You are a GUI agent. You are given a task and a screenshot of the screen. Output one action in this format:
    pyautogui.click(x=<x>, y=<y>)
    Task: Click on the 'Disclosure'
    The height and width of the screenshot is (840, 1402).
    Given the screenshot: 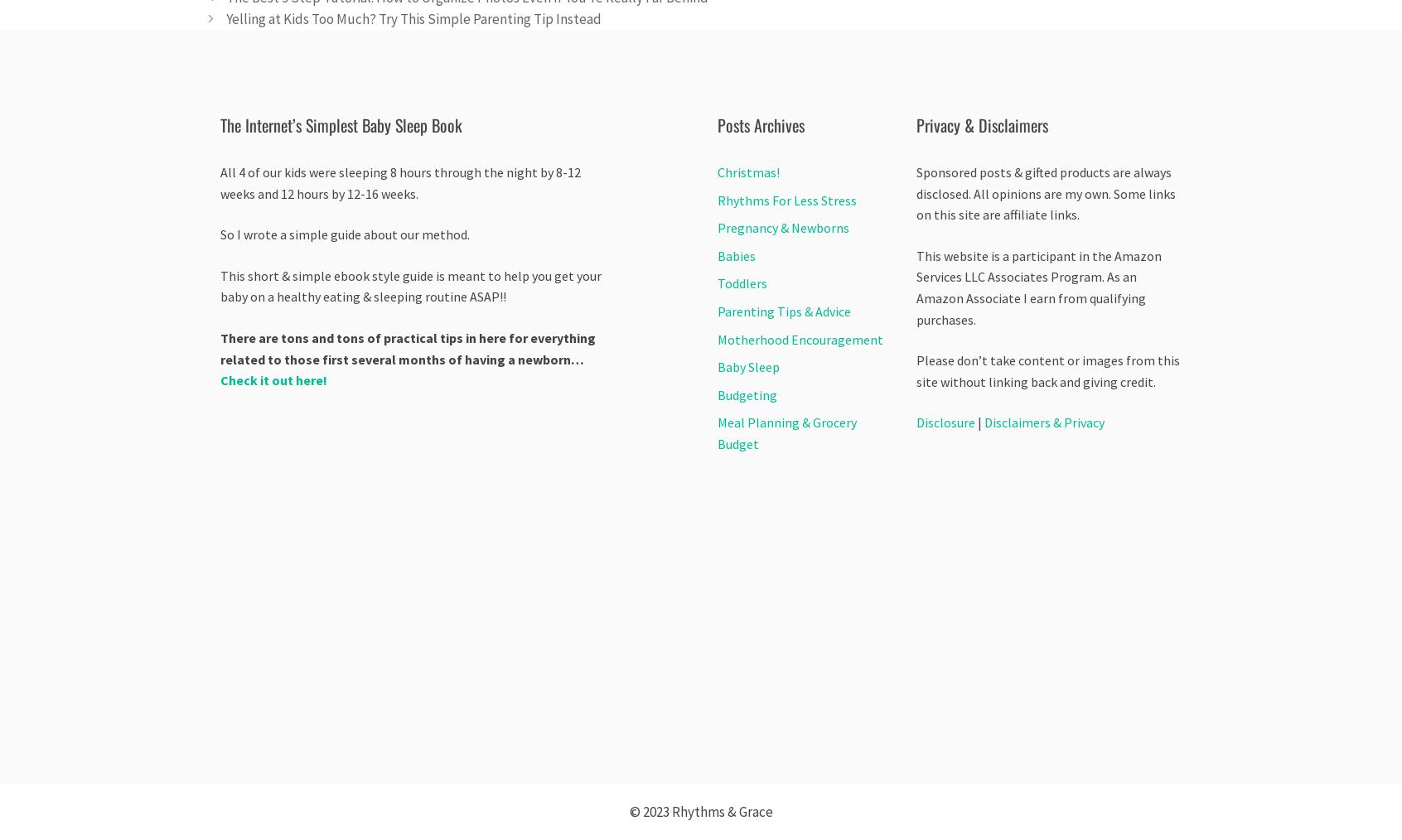 What is the action you would take?
    pyautogui.click(x=916, y=422)
    